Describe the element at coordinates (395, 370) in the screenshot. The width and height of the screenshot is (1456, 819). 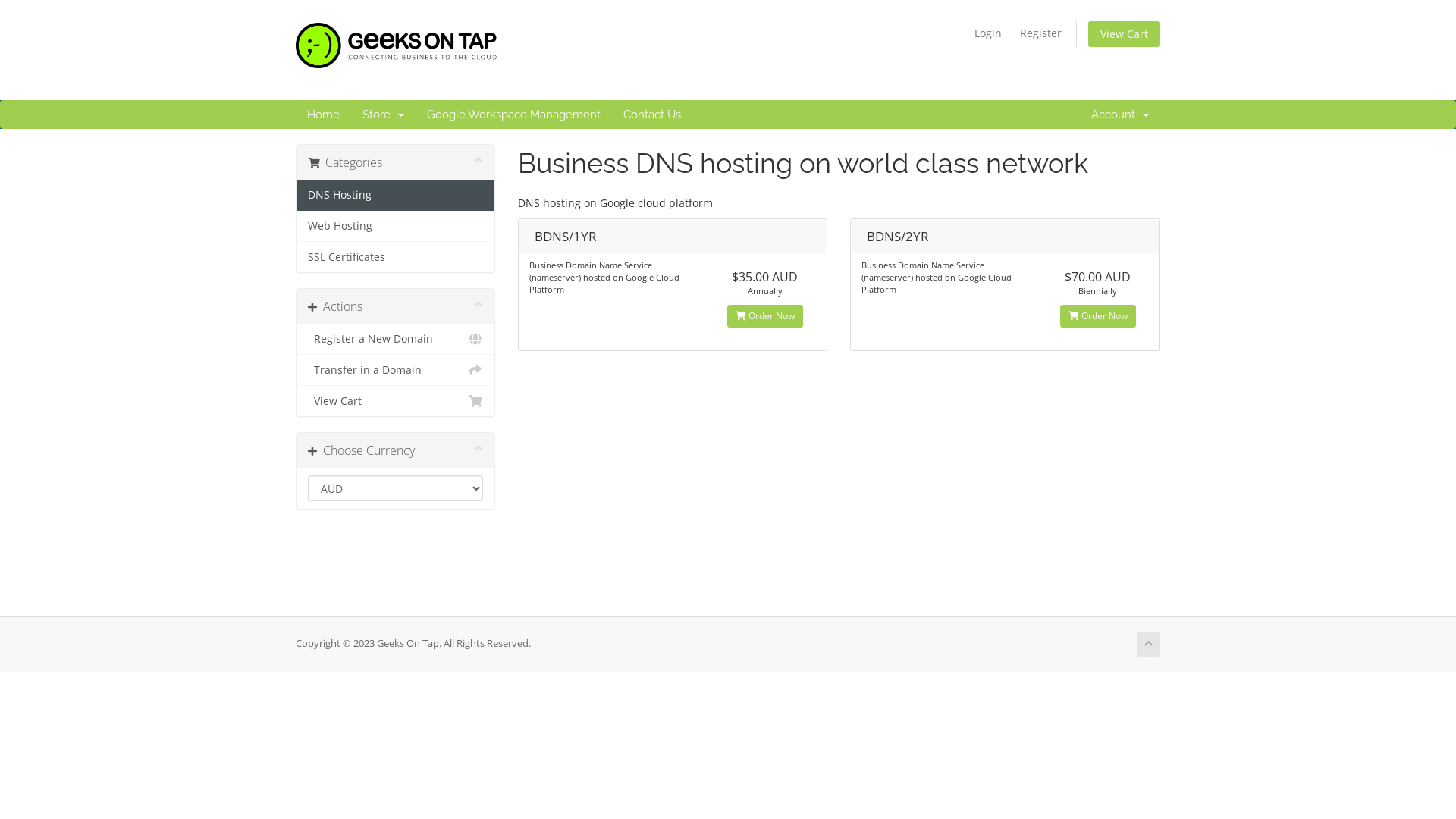
I see `'  Transfer in a Domain'` at that location.